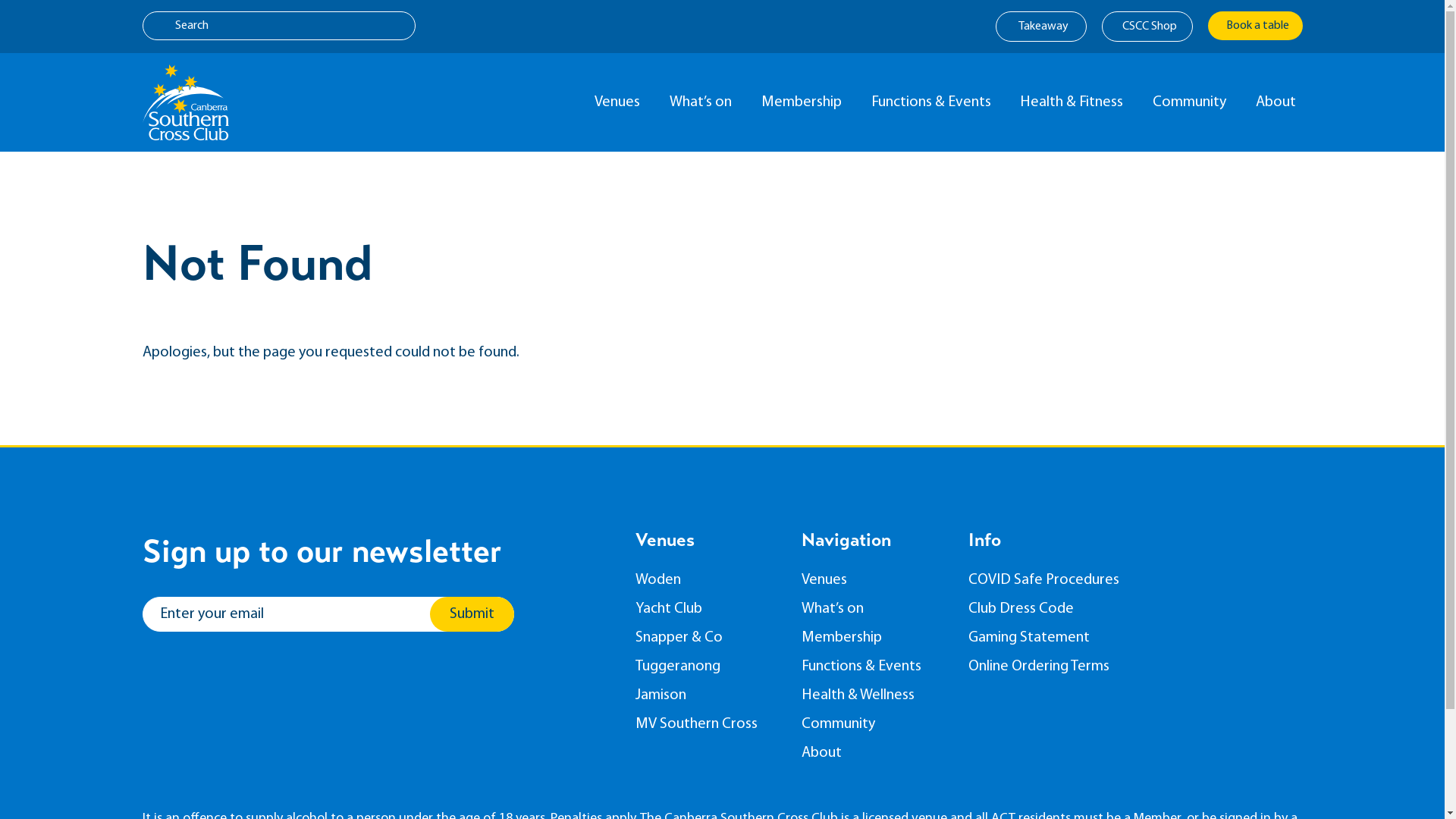  Describe the element at coordinates (635, 723) in the screenshot. I see `'MV Southern Cross'` at that location.